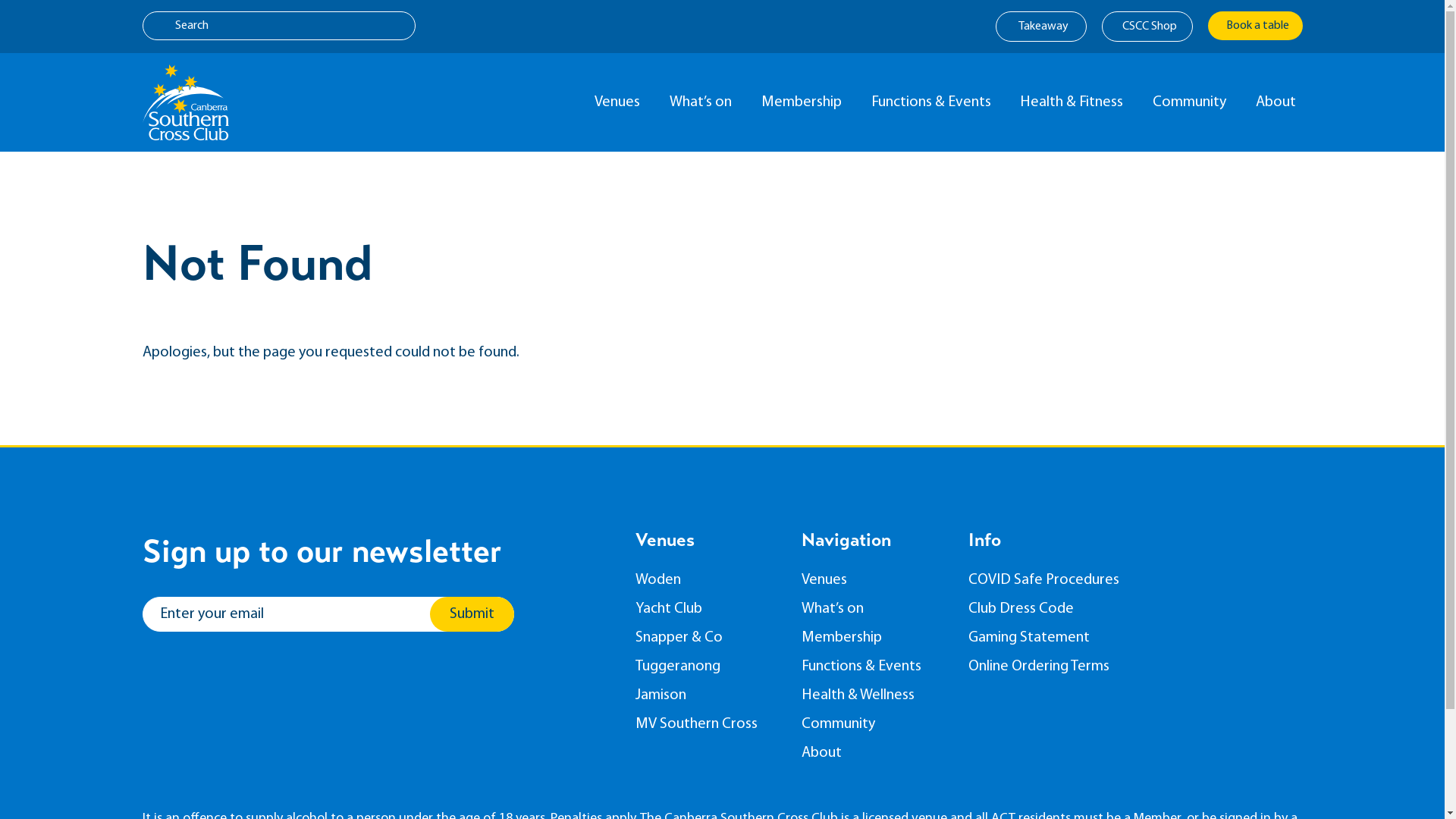  Describe the element at coordinates (635, 723) in the screenshot. I see `'MV Southern Cross'` at that location.